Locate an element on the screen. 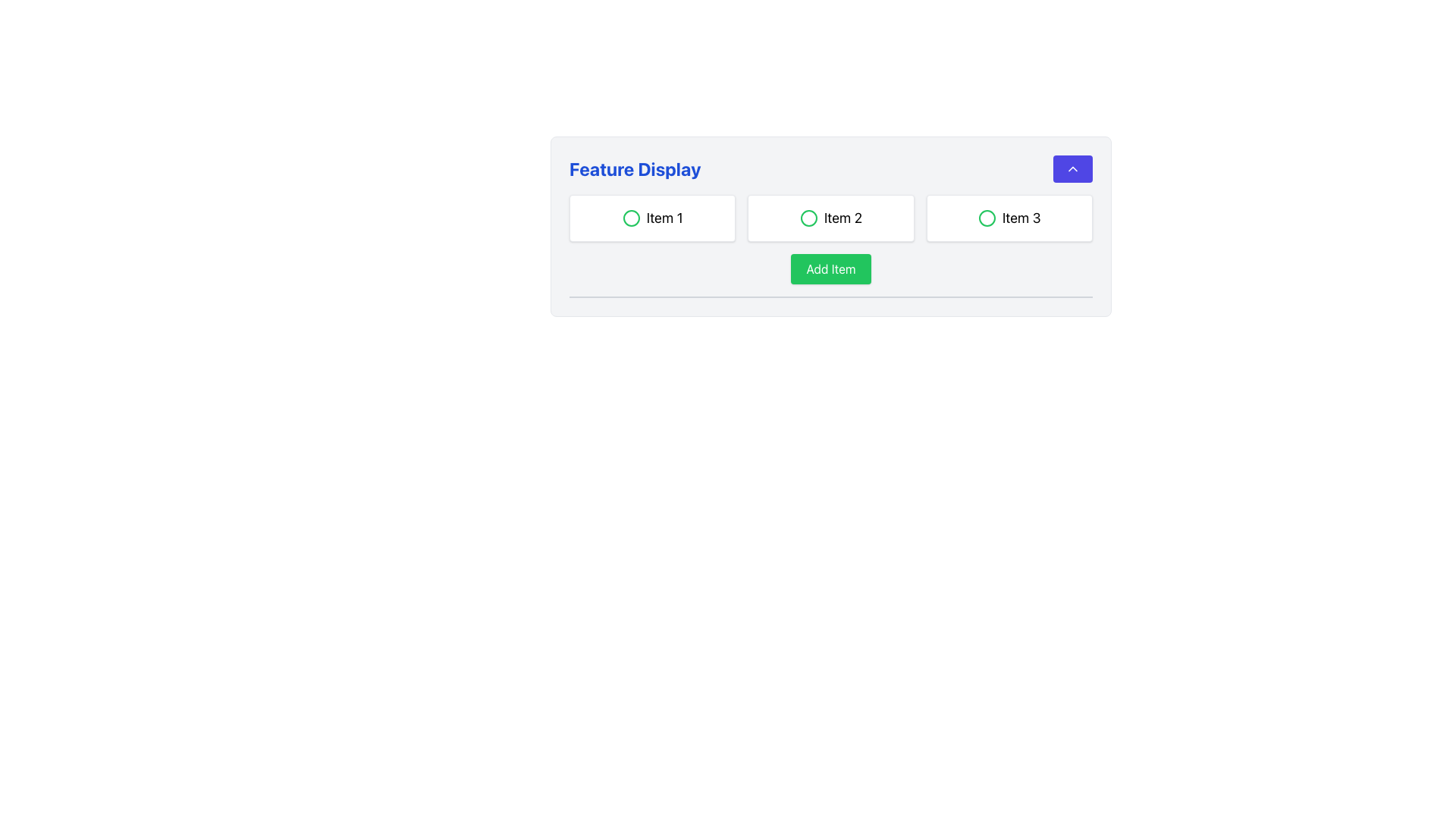 The width and height of the screenshot is (1456, 819). the static text element displaying 'Feature Display', which is styled with a bold, large font in dark blue, located at the upper left of the card-like interface is located at coordinates (635, 169).